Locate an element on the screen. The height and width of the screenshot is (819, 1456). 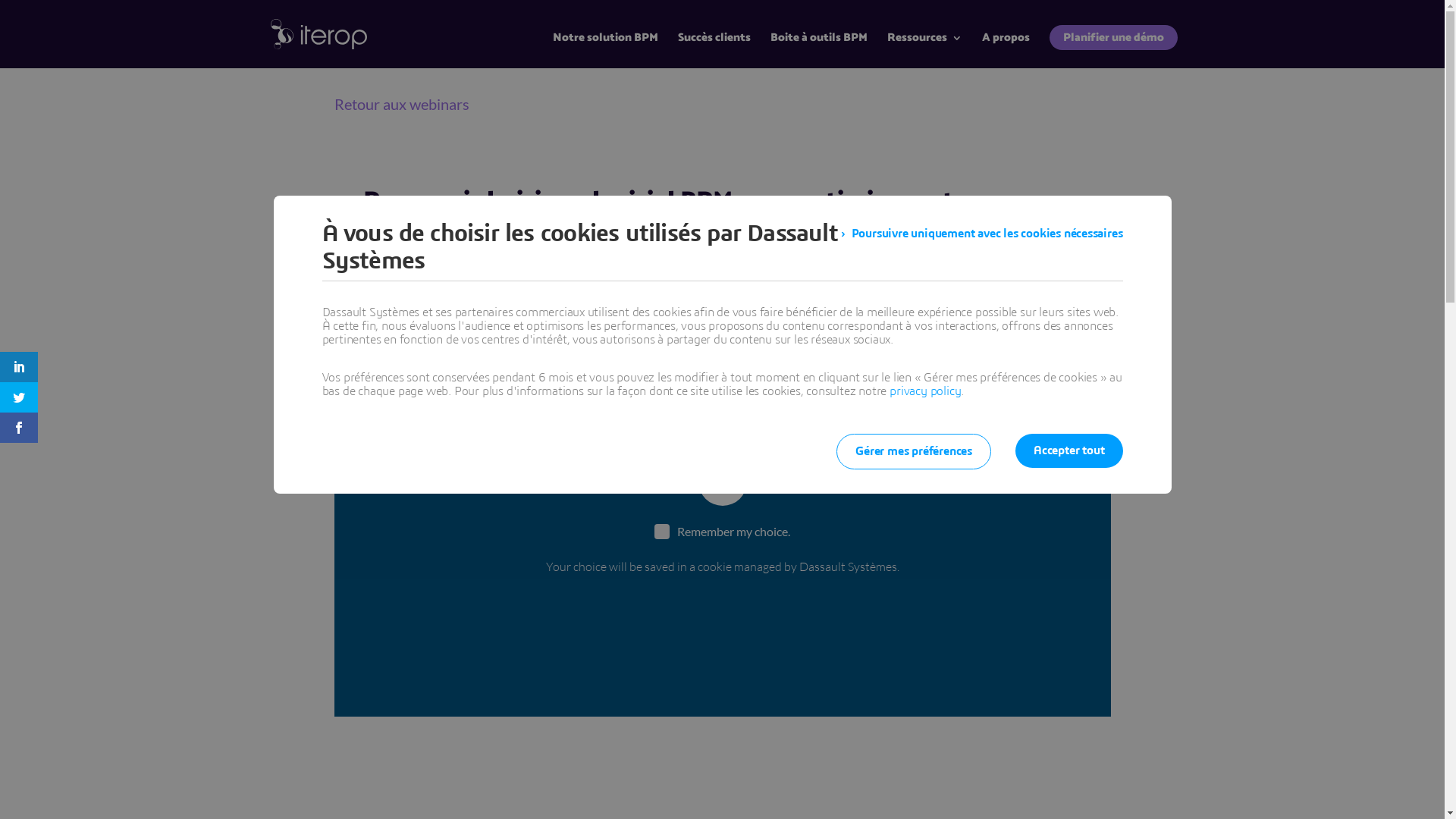
'A propos' is located at coordinates (1005, 49).